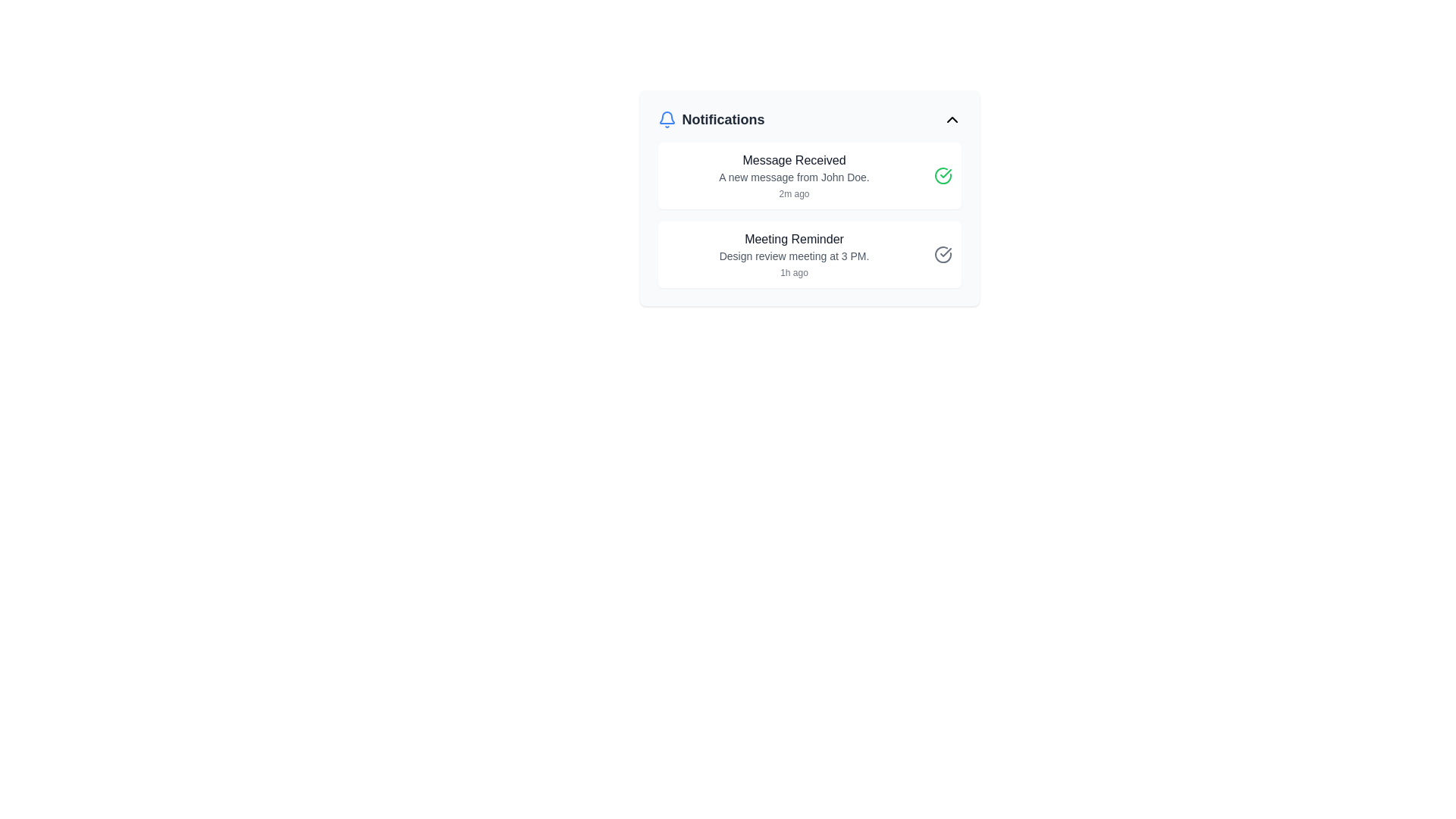 This screenshot has height=819, width=1456. Describe the element at coordinates (793, 174) in the screenshot. I see `the list item that displays a newly received message, which includes the message's subject, sender, and timestamp, located in a white rectangular card with rounded corners in the notification interface` at that location.